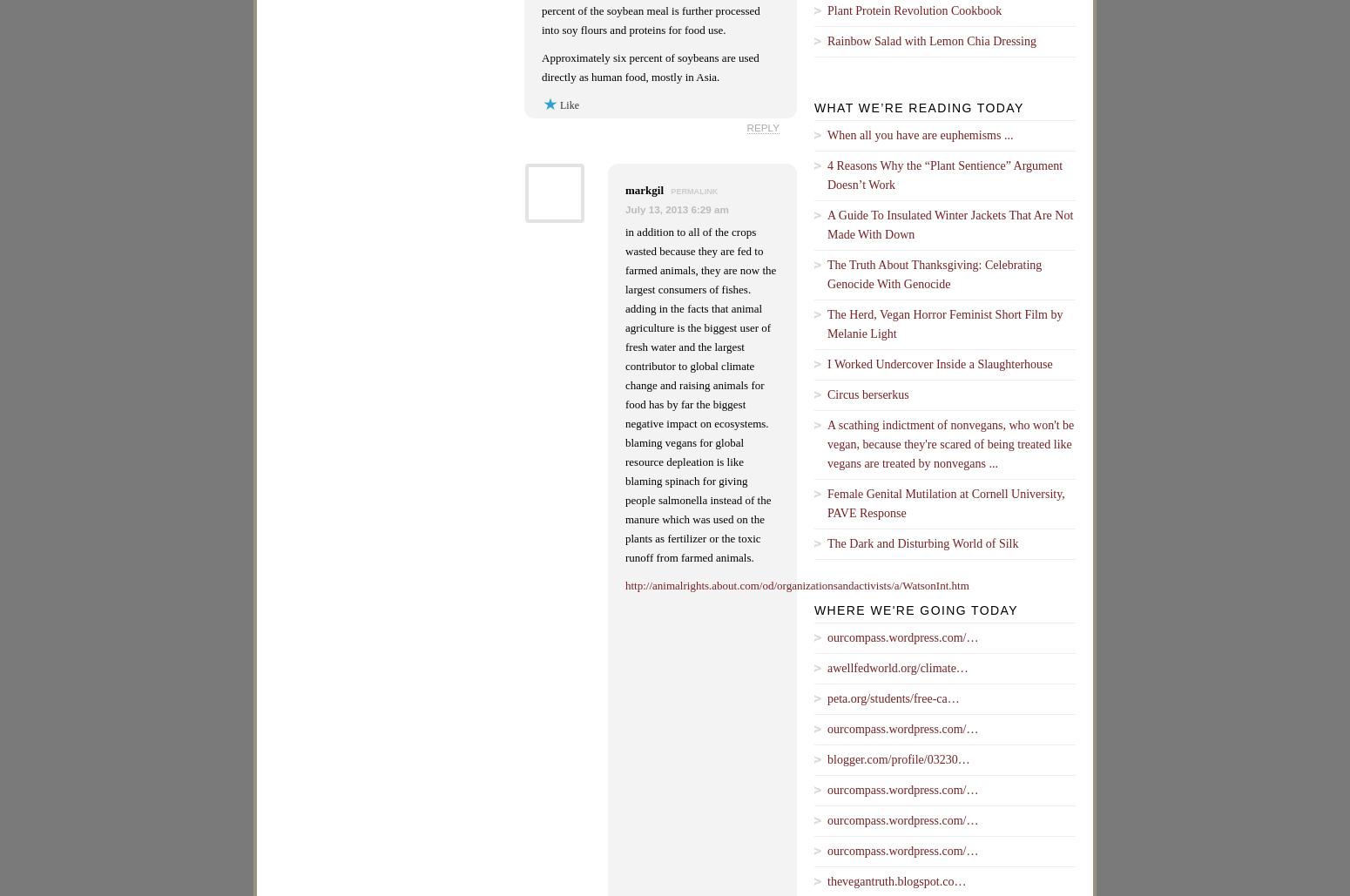  Describe the element at coordinates (650, 66) in the screenshot. I see `'Approximately six percent of soybeans are used directly as human food, mostly in Asia.'` at that location.